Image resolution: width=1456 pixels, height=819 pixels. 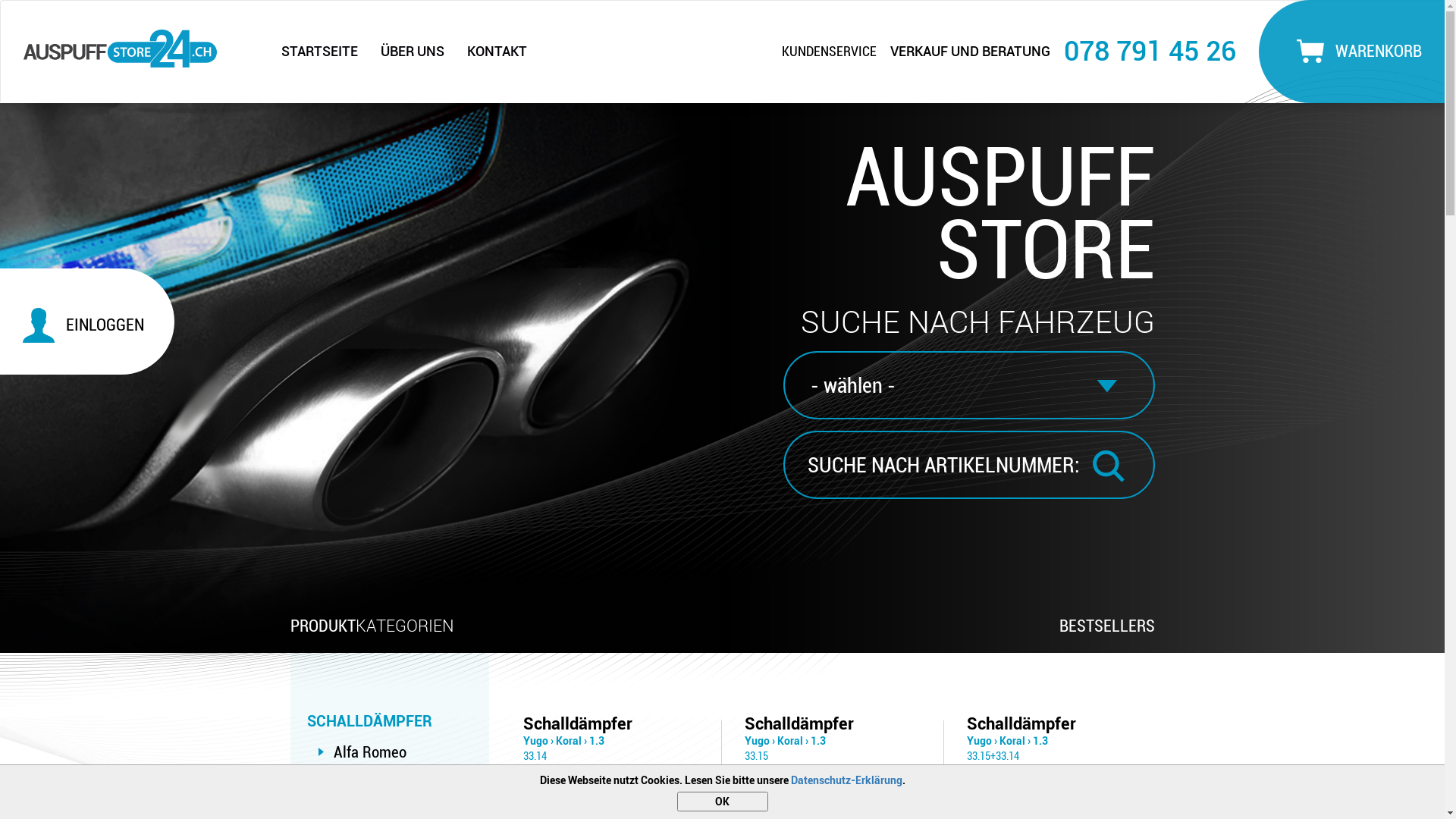 I want to click on '078 791 45 26', so click(x=1062, y=49).